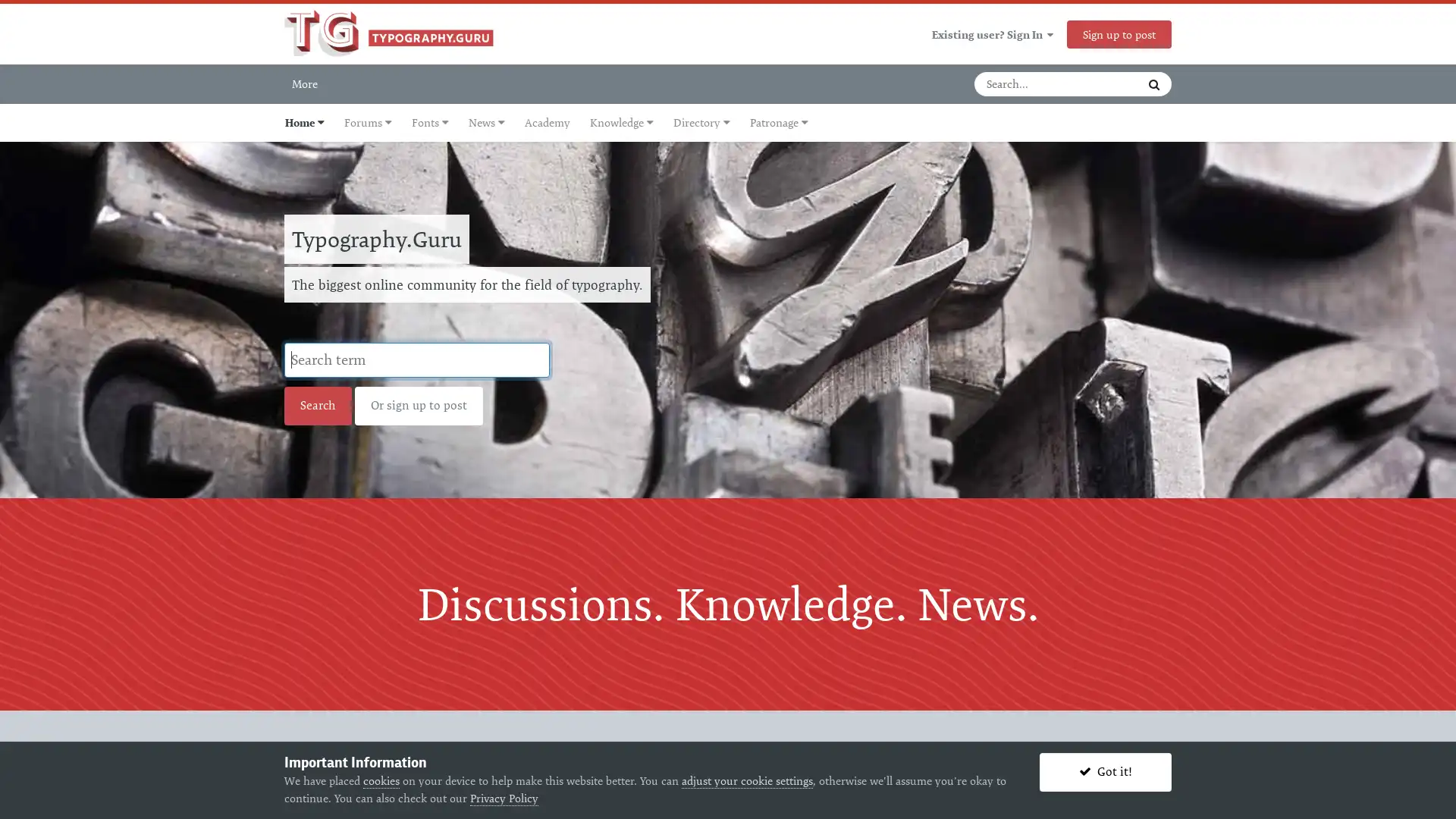 Image resolution: width=1456 pixels, height=819 pixels. What do you see at coordinates (1153, 84) in the screenshot?
I see `Search` at bounding box center [1153, 84].